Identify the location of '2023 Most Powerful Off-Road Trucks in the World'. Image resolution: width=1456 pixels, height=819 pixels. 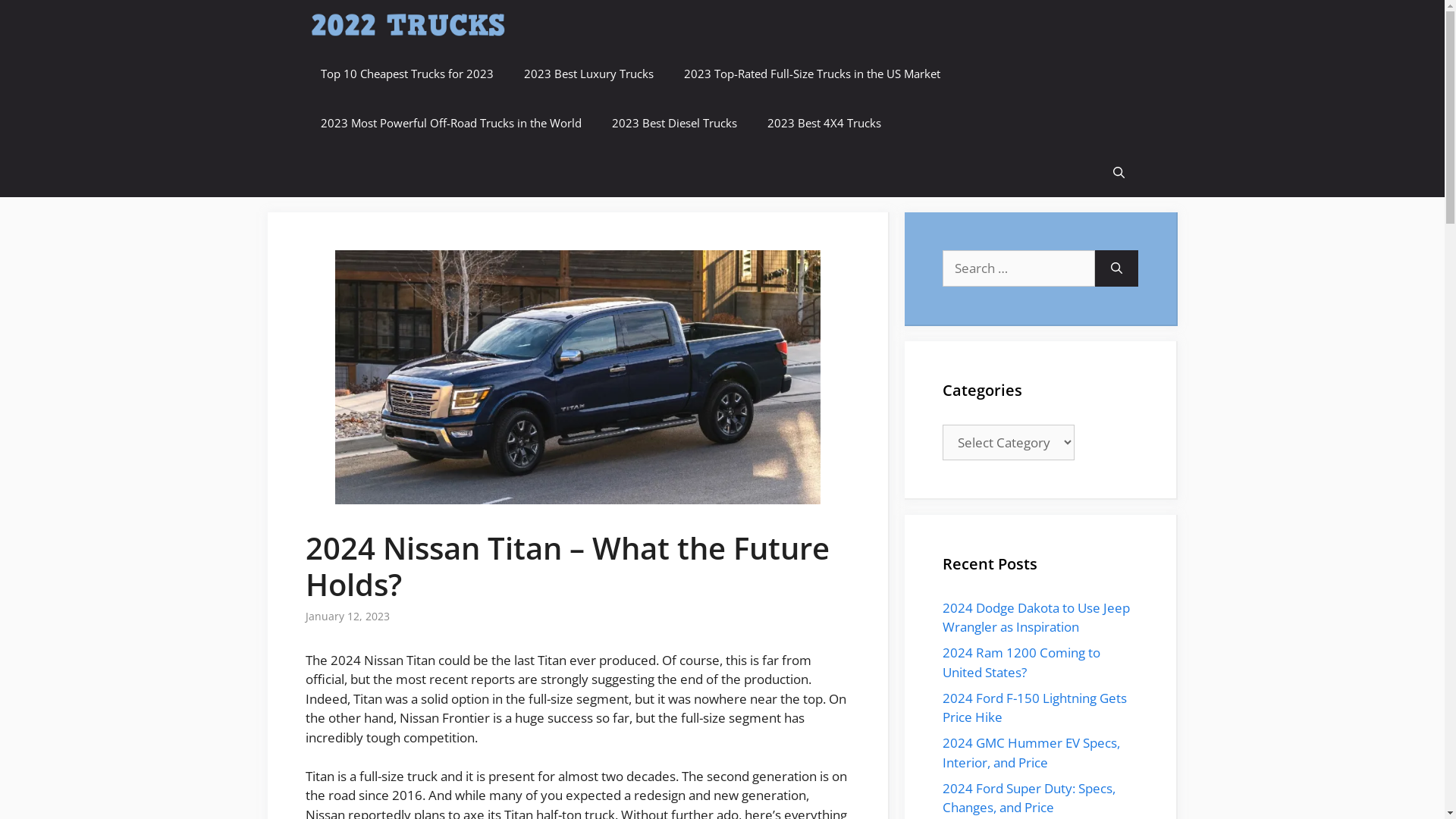
(450, 122).